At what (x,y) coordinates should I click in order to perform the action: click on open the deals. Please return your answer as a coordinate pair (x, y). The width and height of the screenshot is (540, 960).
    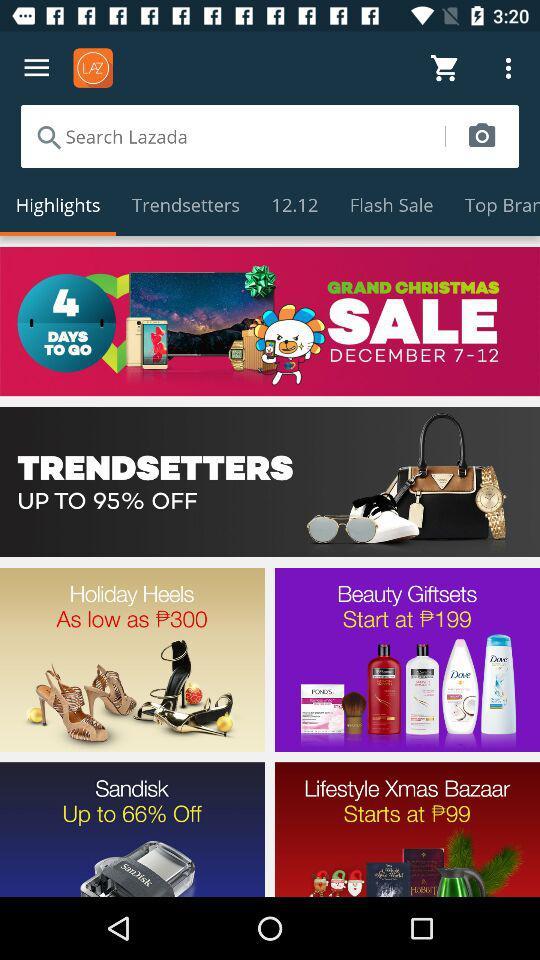
    Looking at the image, I should click on (270, 481).